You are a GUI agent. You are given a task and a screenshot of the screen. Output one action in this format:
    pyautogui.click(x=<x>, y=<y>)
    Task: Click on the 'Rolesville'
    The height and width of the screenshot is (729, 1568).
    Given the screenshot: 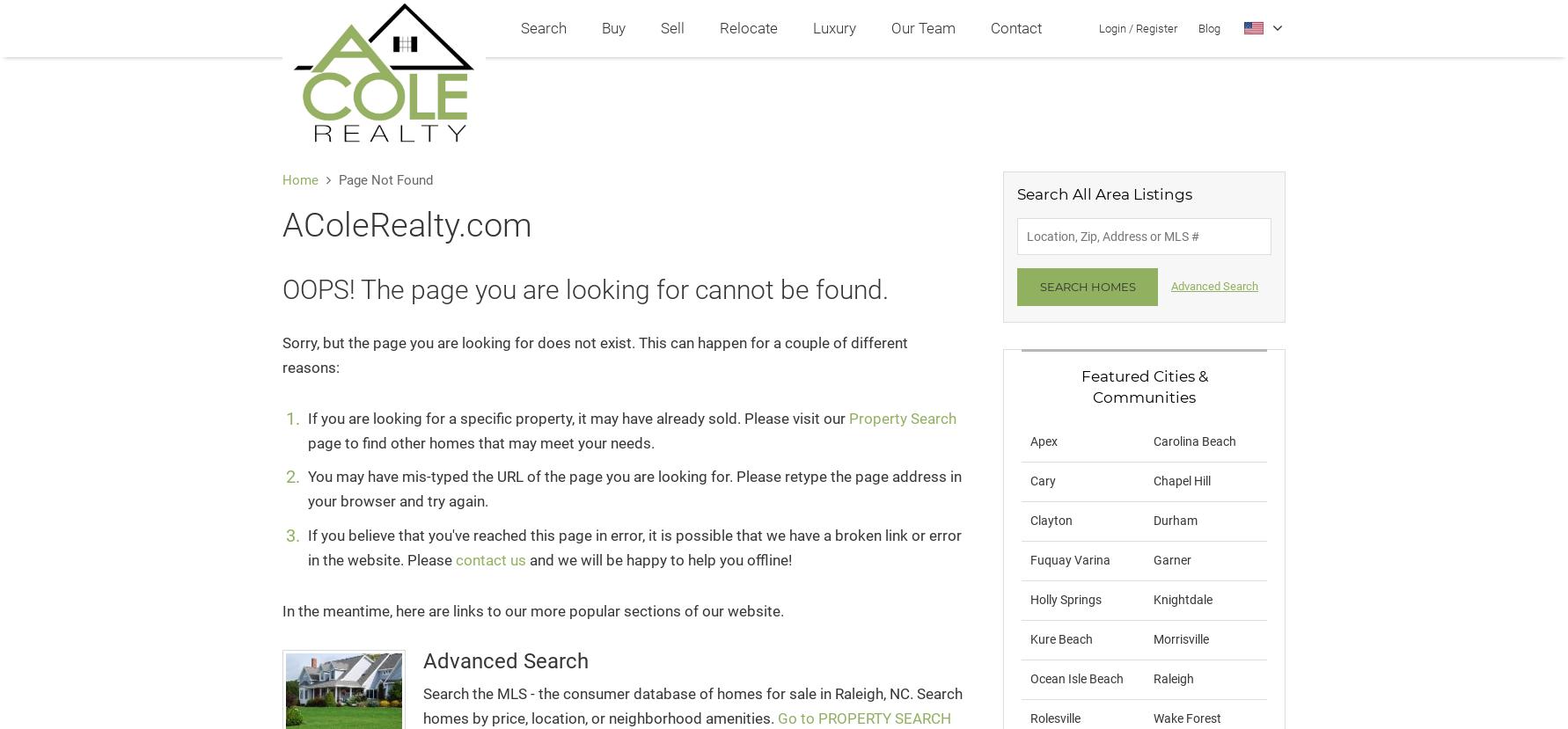 What is the action you would take?
    pyautogui.click(x=1029, y=716)
    